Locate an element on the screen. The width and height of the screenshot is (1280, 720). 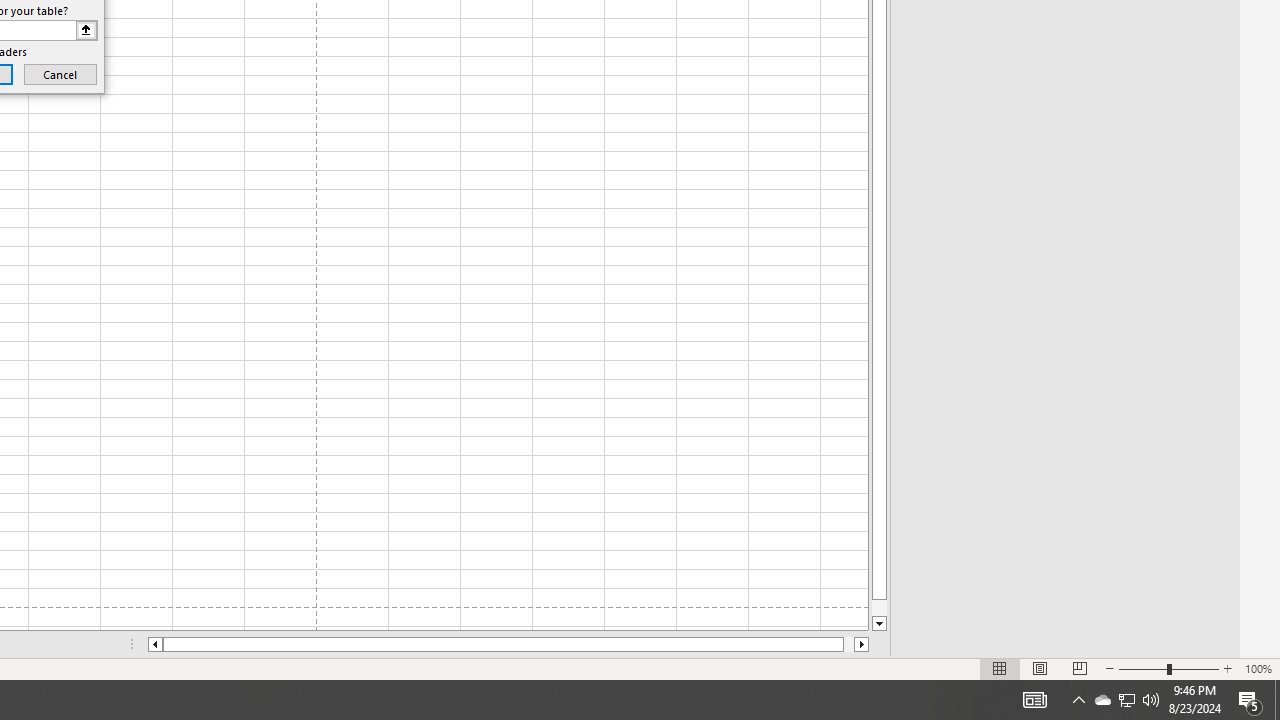
'Column right' is located at coordinates (862, 644).